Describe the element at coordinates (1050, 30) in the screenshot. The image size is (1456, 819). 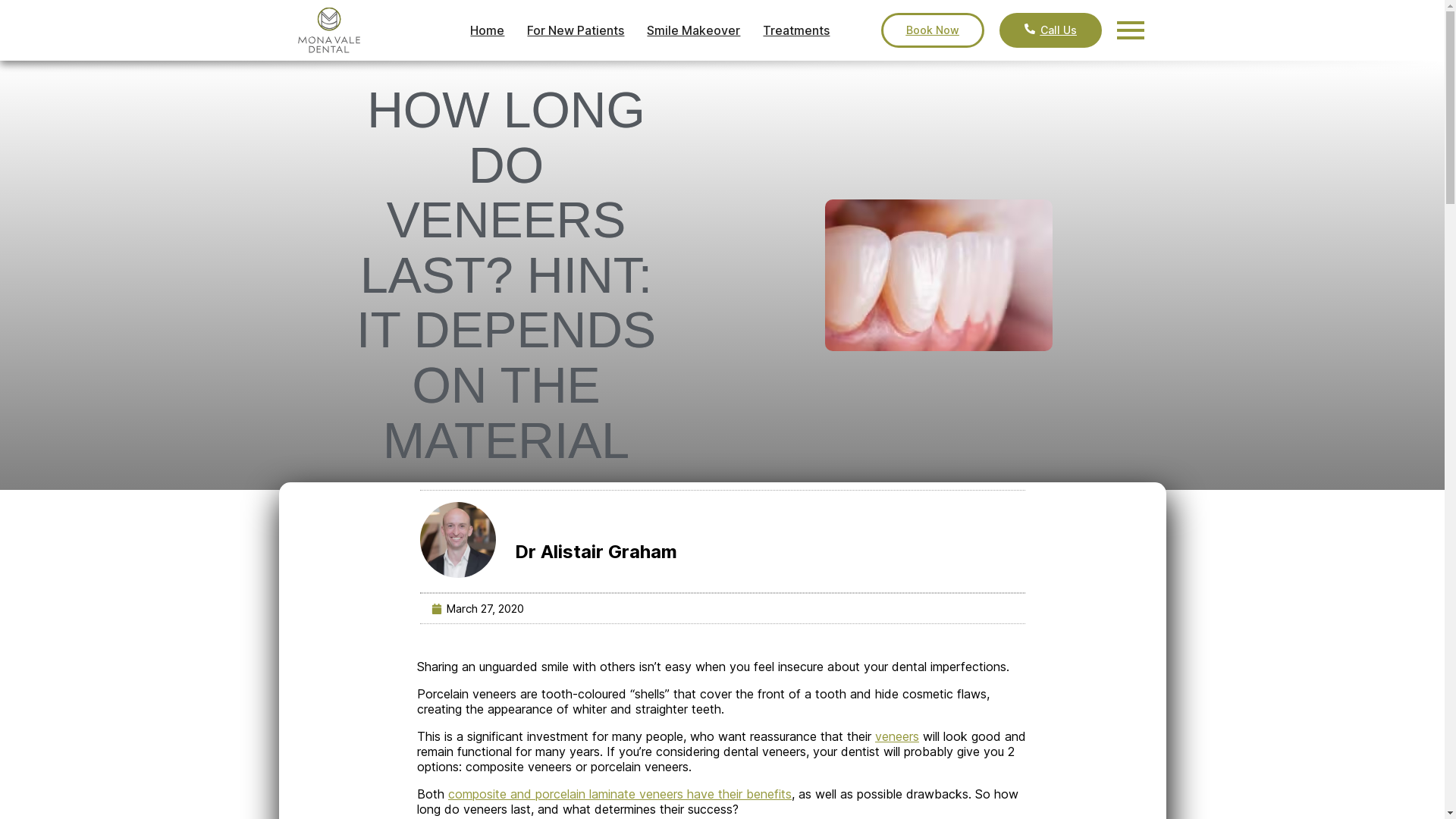
I see `'Call Us'` at that location.